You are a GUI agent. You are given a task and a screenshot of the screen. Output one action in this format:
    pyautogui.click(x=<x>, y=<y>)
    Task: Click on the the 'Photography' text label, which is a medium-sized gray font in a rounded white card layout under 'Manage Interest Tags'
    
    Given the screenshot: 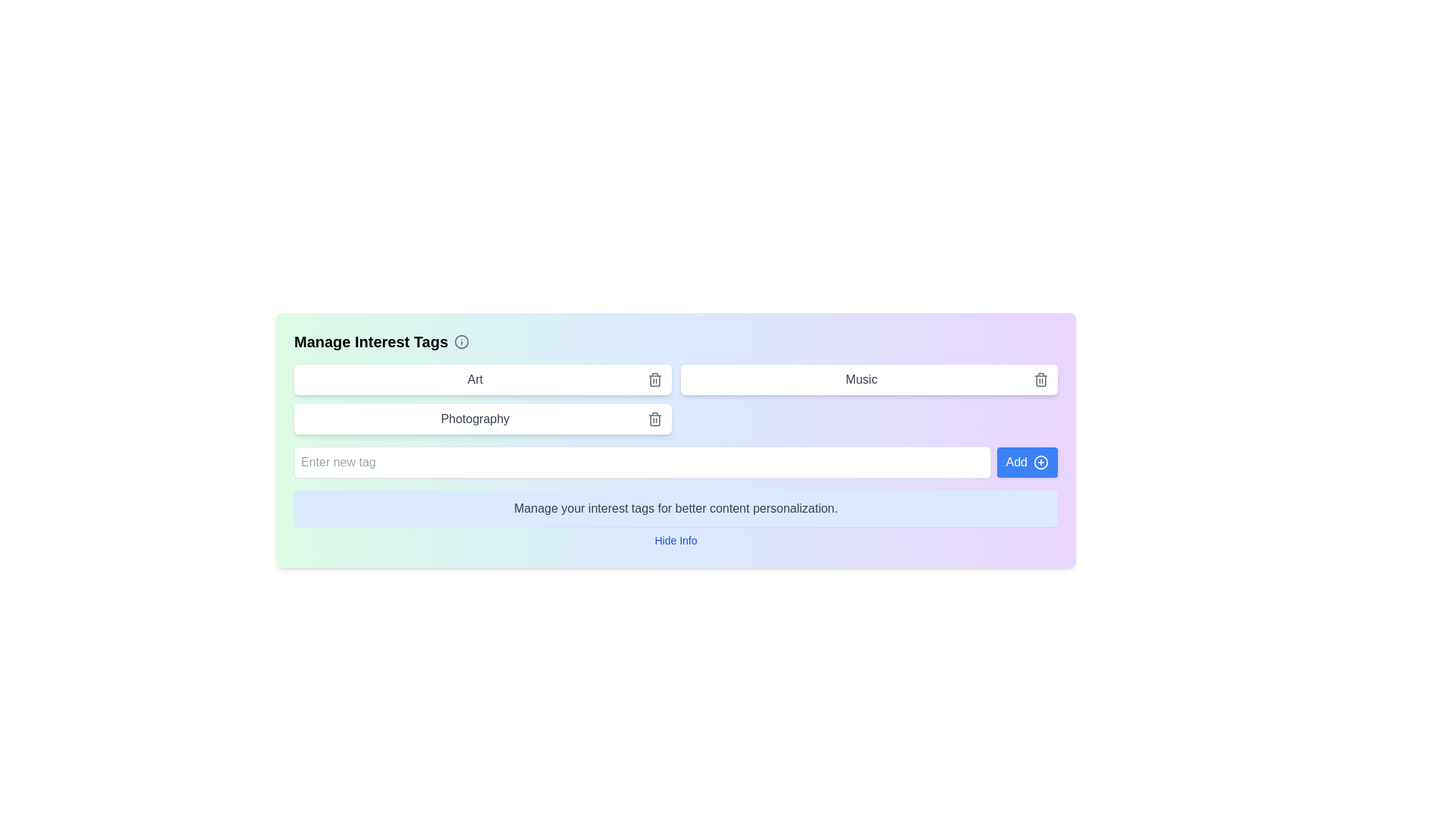 What is the action you would take?
    pyautogui.click(x=474, y=419)
    